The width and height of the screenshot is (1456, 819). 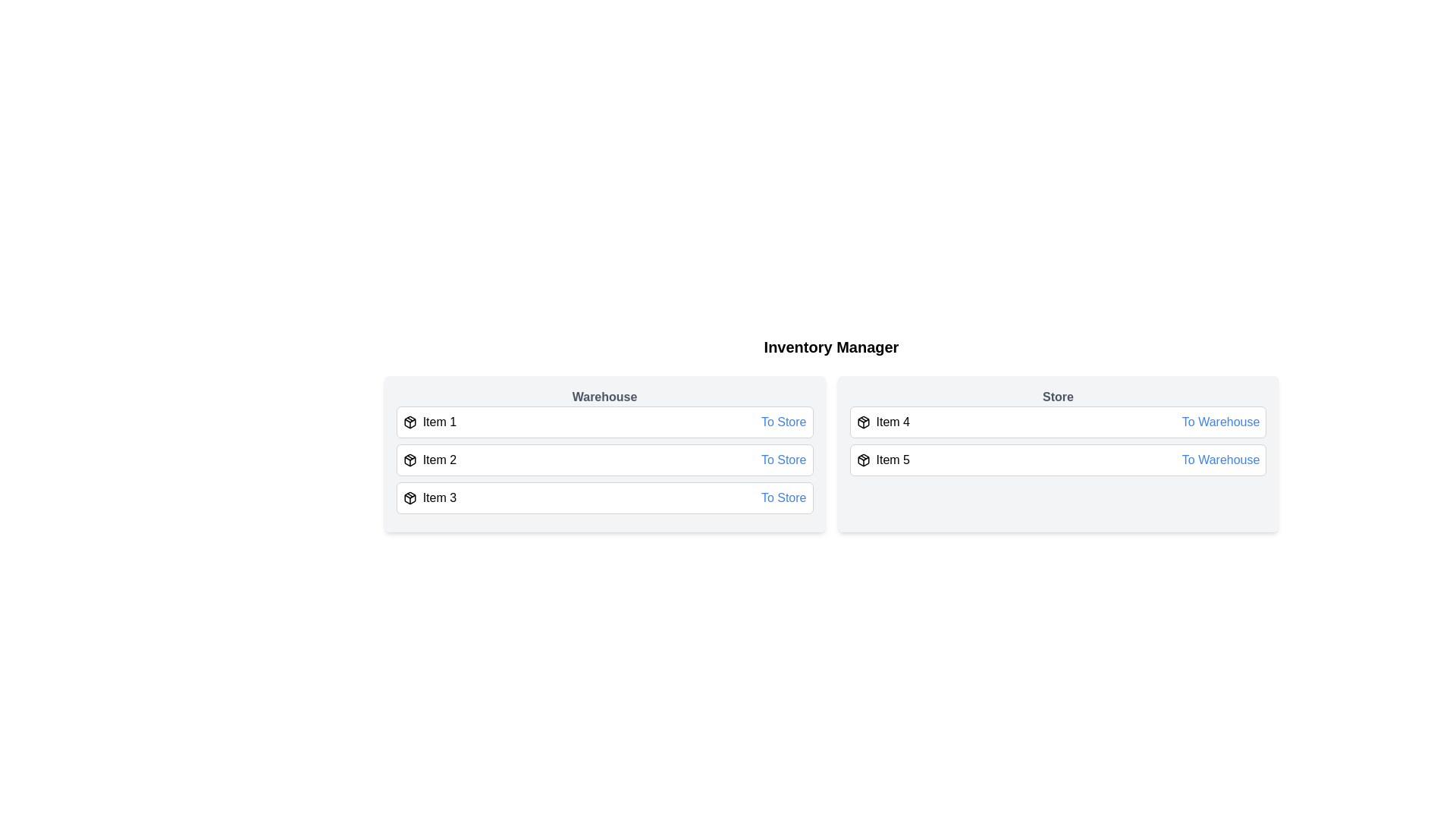 I want to click on the button to transfer Item 2 from Warehouse to <destination>, so click(x=783, y=459).